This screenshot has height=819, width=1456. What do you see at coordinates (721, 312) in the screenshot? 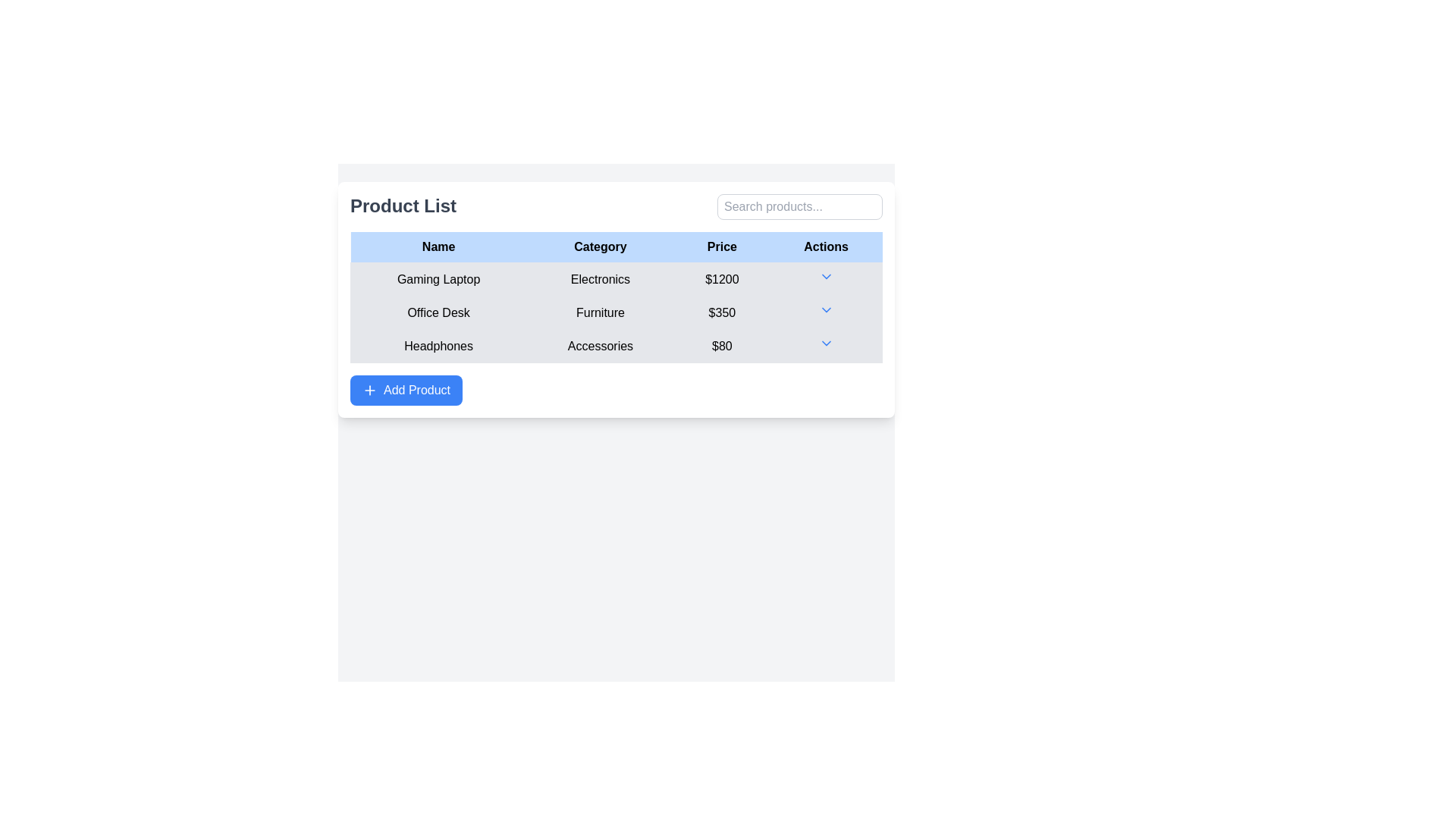
I see `the static text displaying the price '$350' in bold style, located in the third cell of the 'Price' column for the product 'Office Desk' within a gray-shaded table row` at bounding box center [721, 312].